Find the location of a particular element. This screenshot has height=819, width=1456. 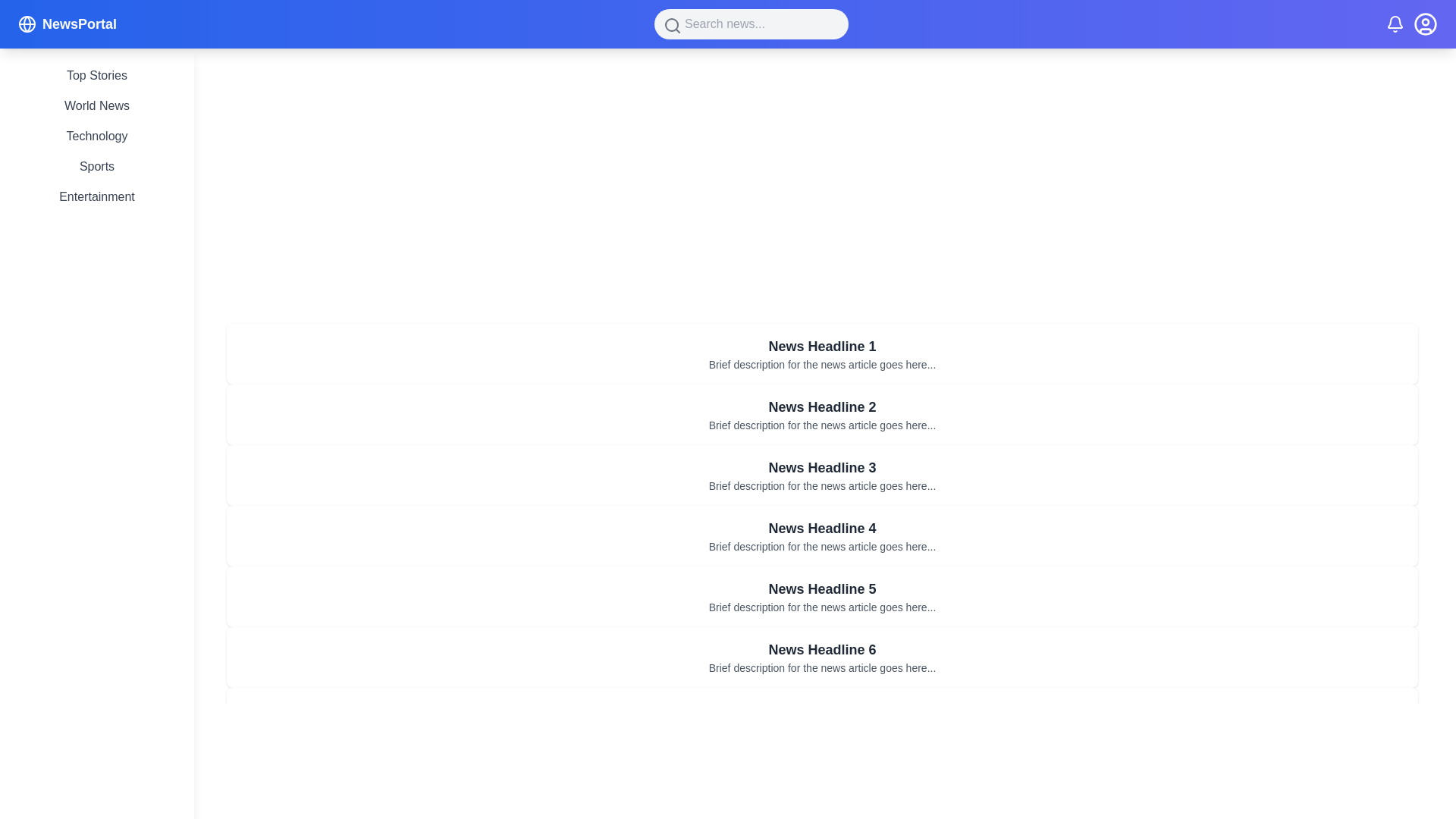

text of the bold headline styled in dark gray that reads 'News Headline 3', which is centered horizontally at the top of the third news item is located at coordinates (821, 467).